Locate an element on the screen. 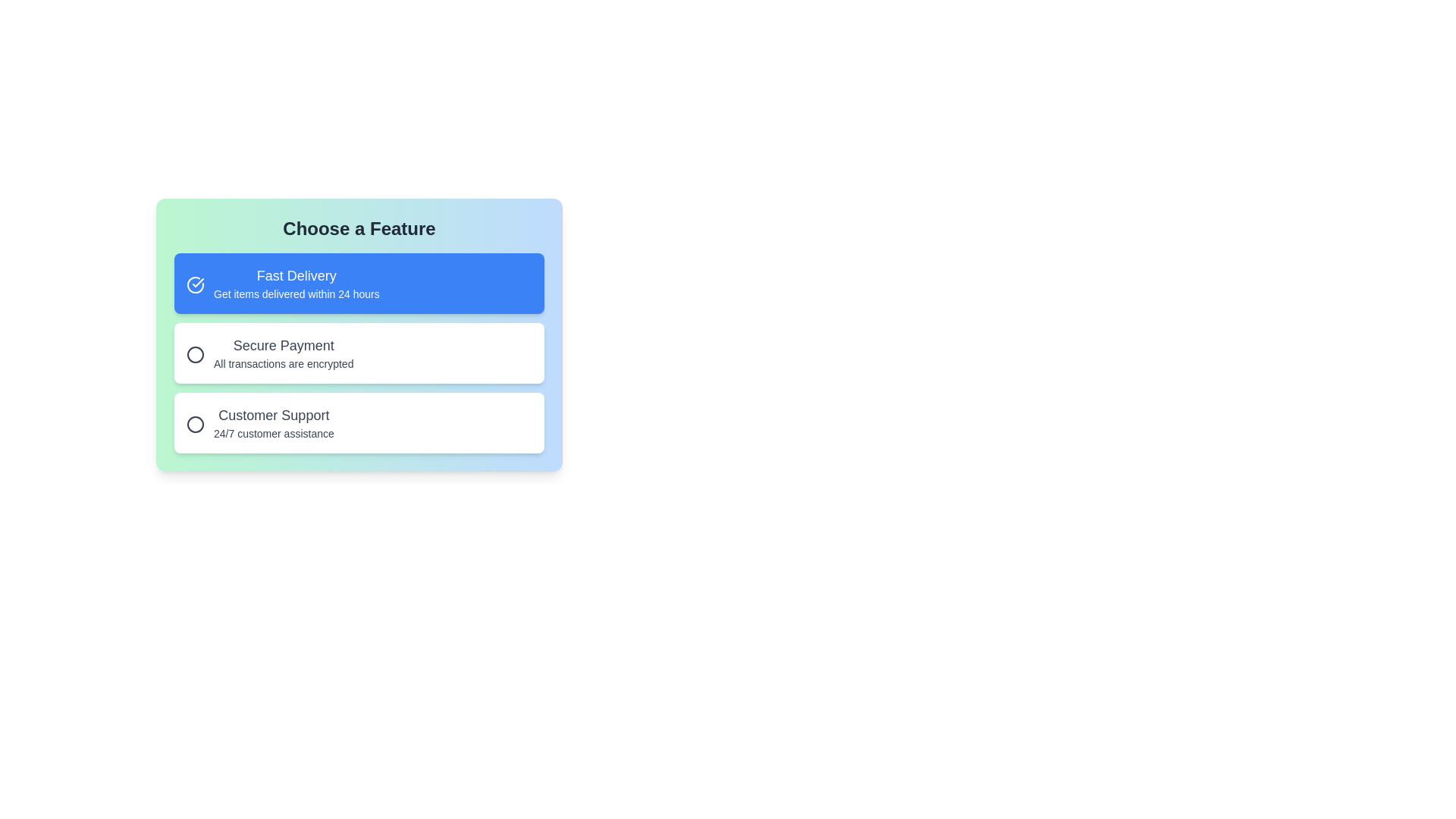 This screenshot has width=1456, height=819. the 'Secure Payment' selectable option, which is the second item in the list of features is located at coordinates (359, 353).